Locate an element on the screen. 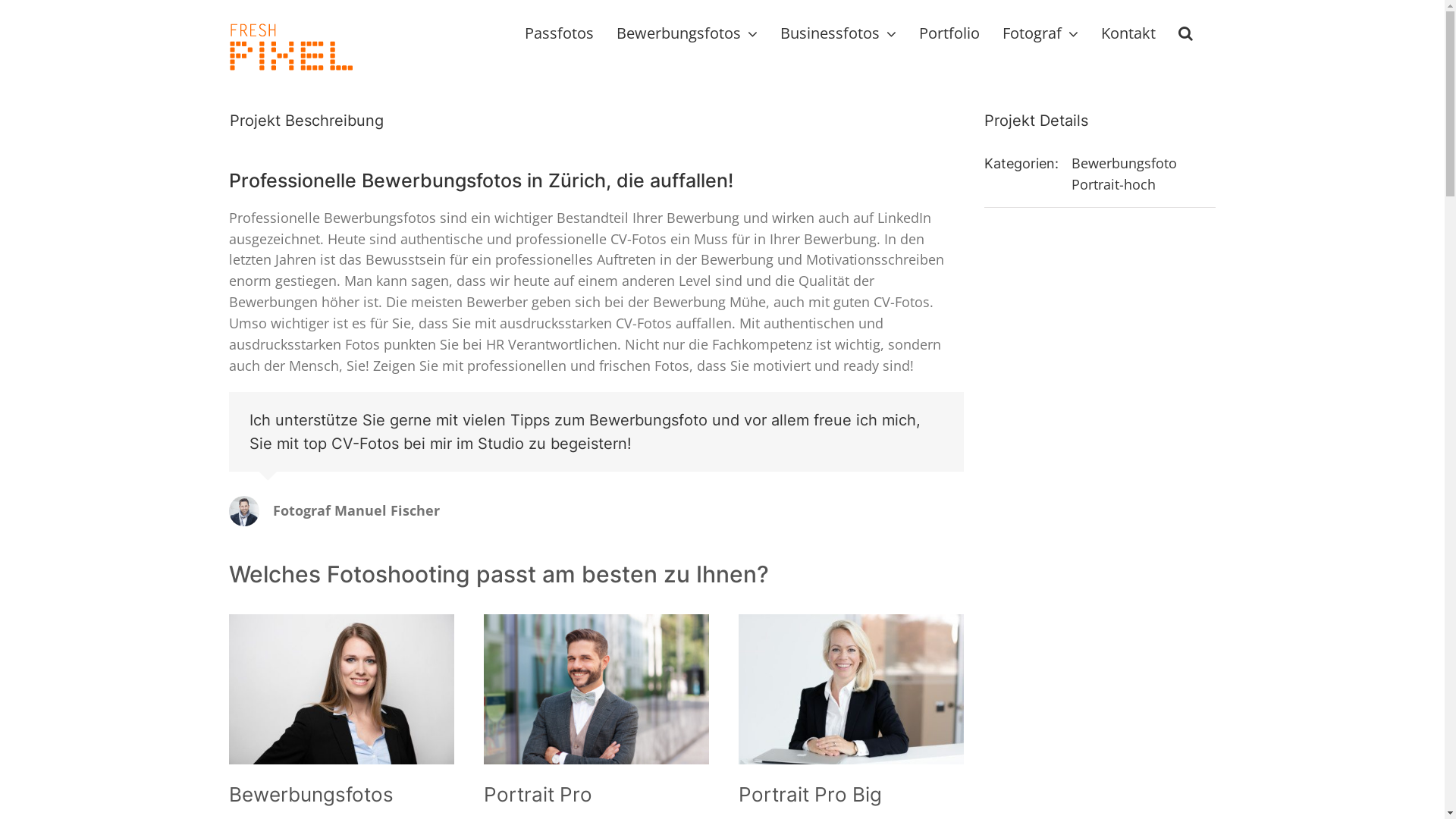 The height and width of the screenshot is (819, 1456). 'Passfotos' is located at coordinates (558, 32).